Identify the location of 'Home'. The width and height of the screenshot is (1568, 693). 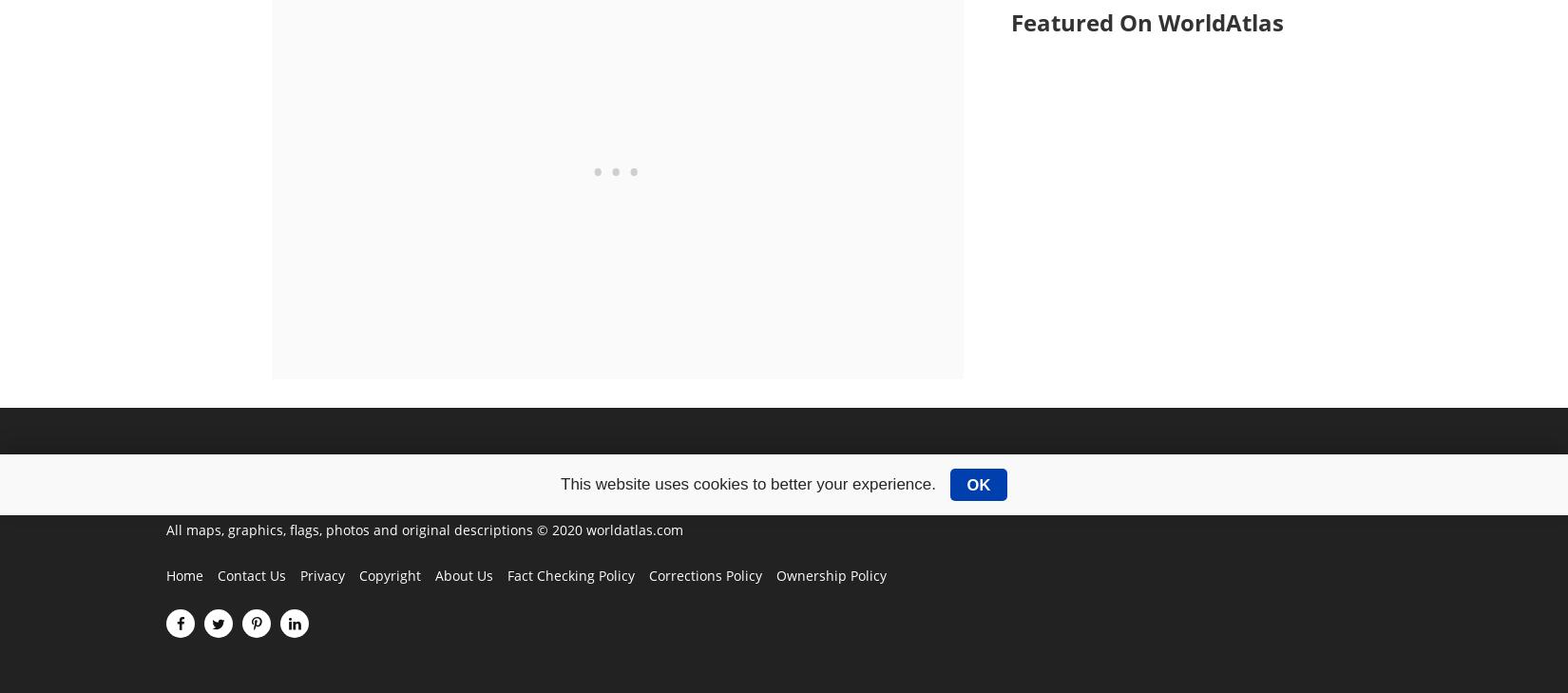
(166, 574).